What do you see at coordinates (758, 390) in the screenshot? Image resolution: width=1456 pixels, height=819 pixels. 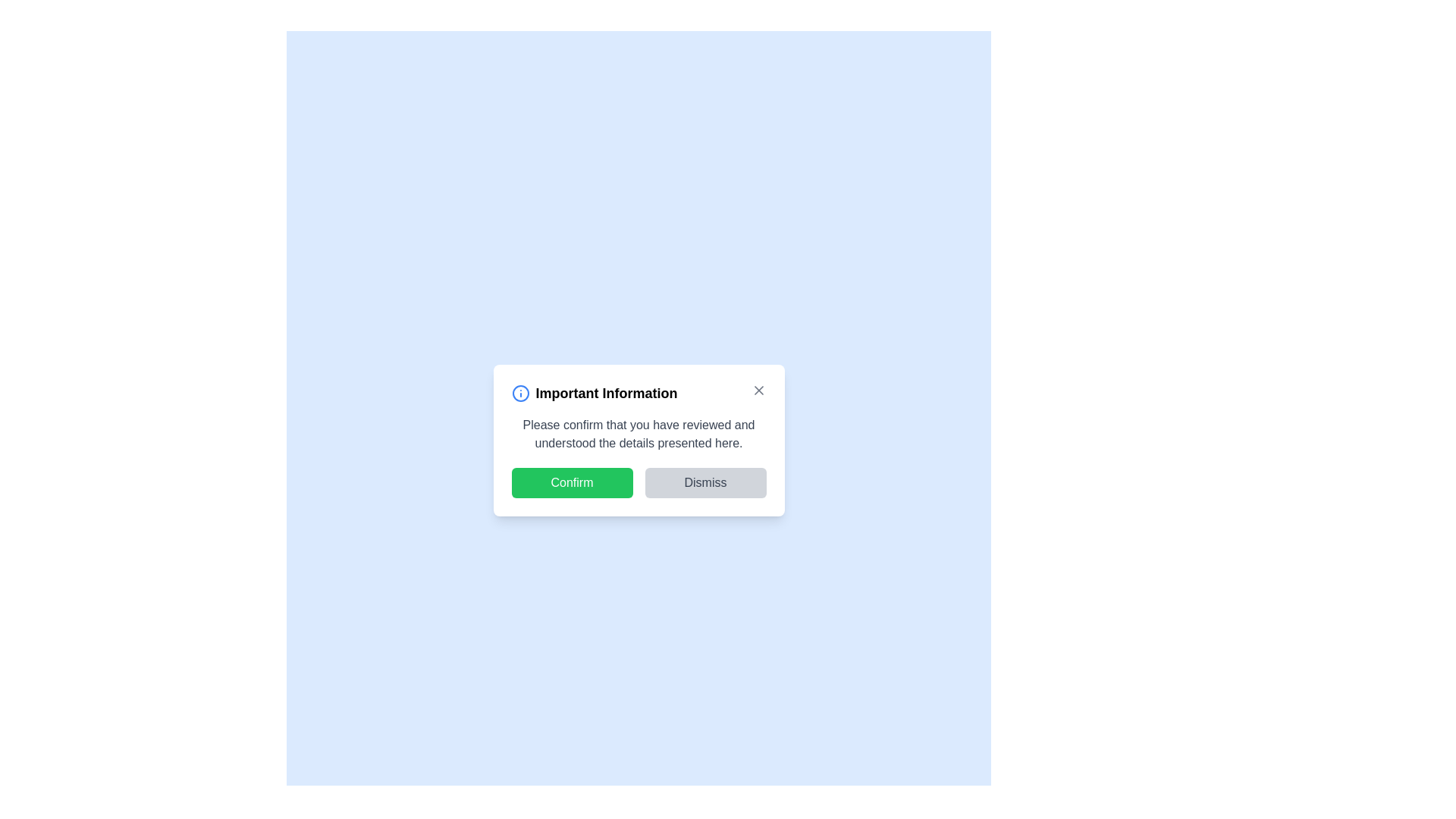 I see `the 'X' icon button located in the top-right corner of the modal header titled 'Important Information'` at bounding box center [758, 390].